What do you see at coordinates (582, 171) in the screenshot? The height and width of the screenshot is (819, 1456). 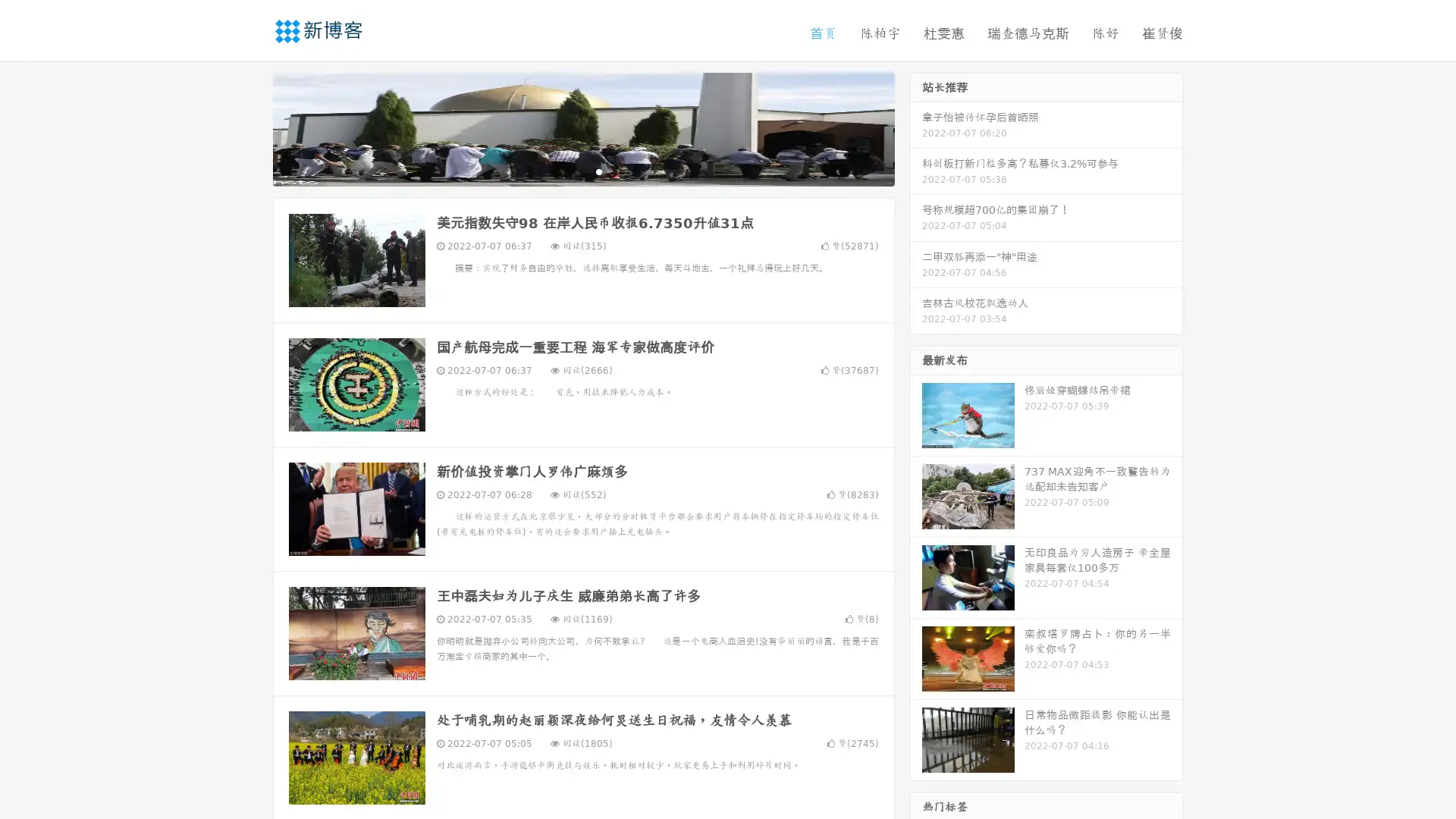 I see `Go to slide 2` at bounding box center [582, 171].